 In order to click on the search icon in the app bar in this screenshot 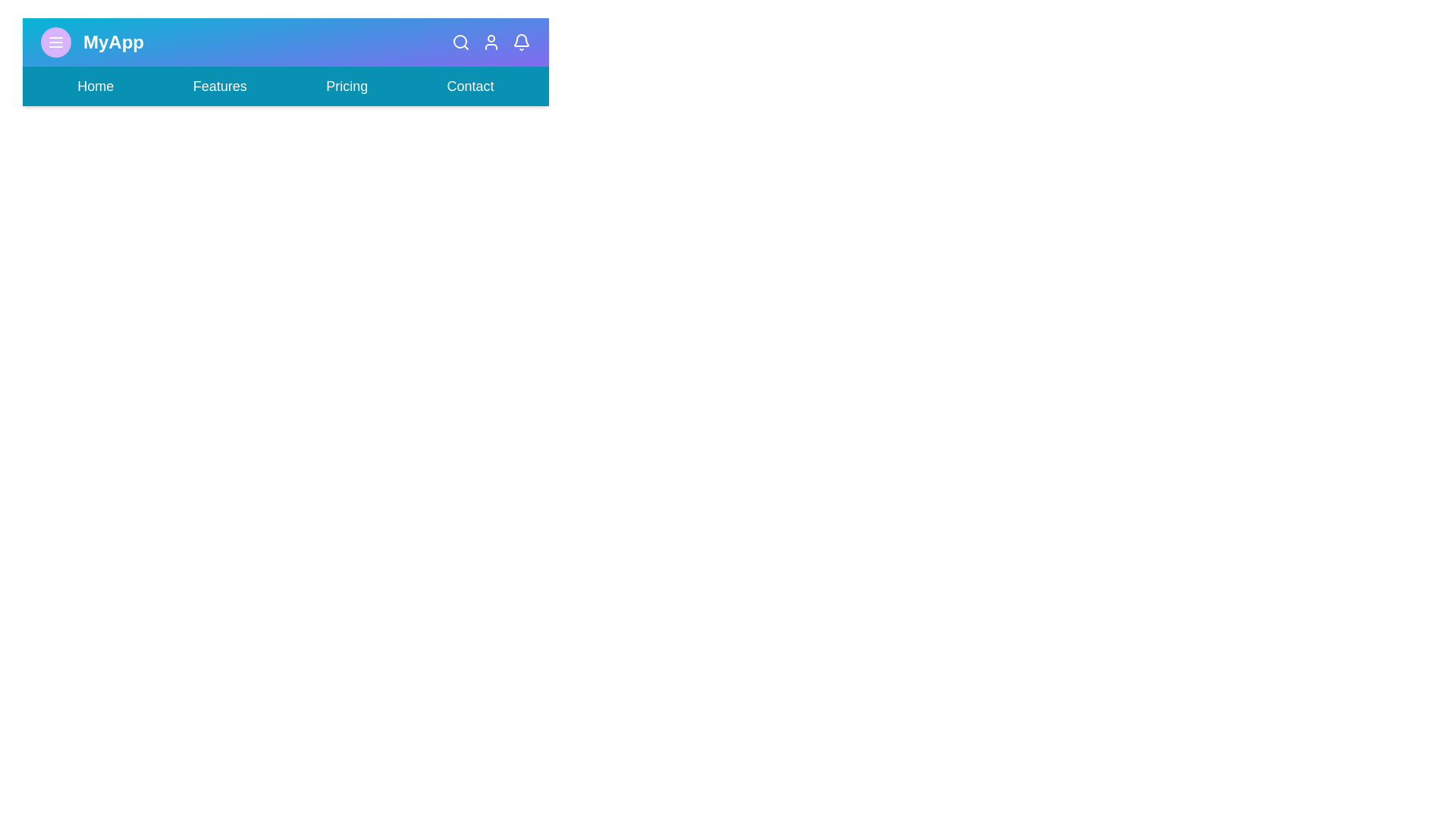, I will do `click(460, 42)`.